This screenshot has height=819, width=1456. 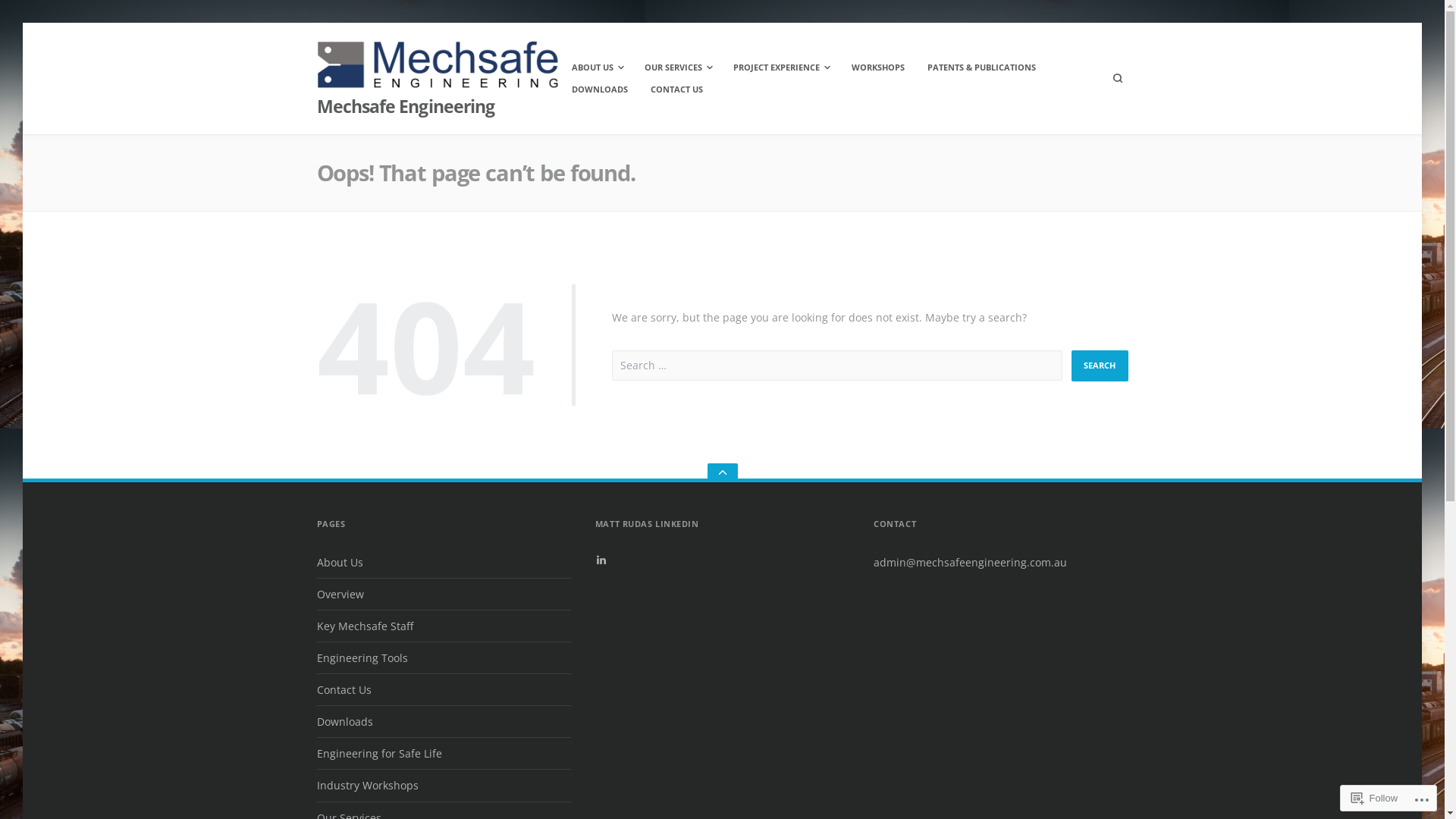 What do you see at coordinates (362, 657) in the screenshot?
I see `'Engineering Tools'` at bounding box center [362, 657].